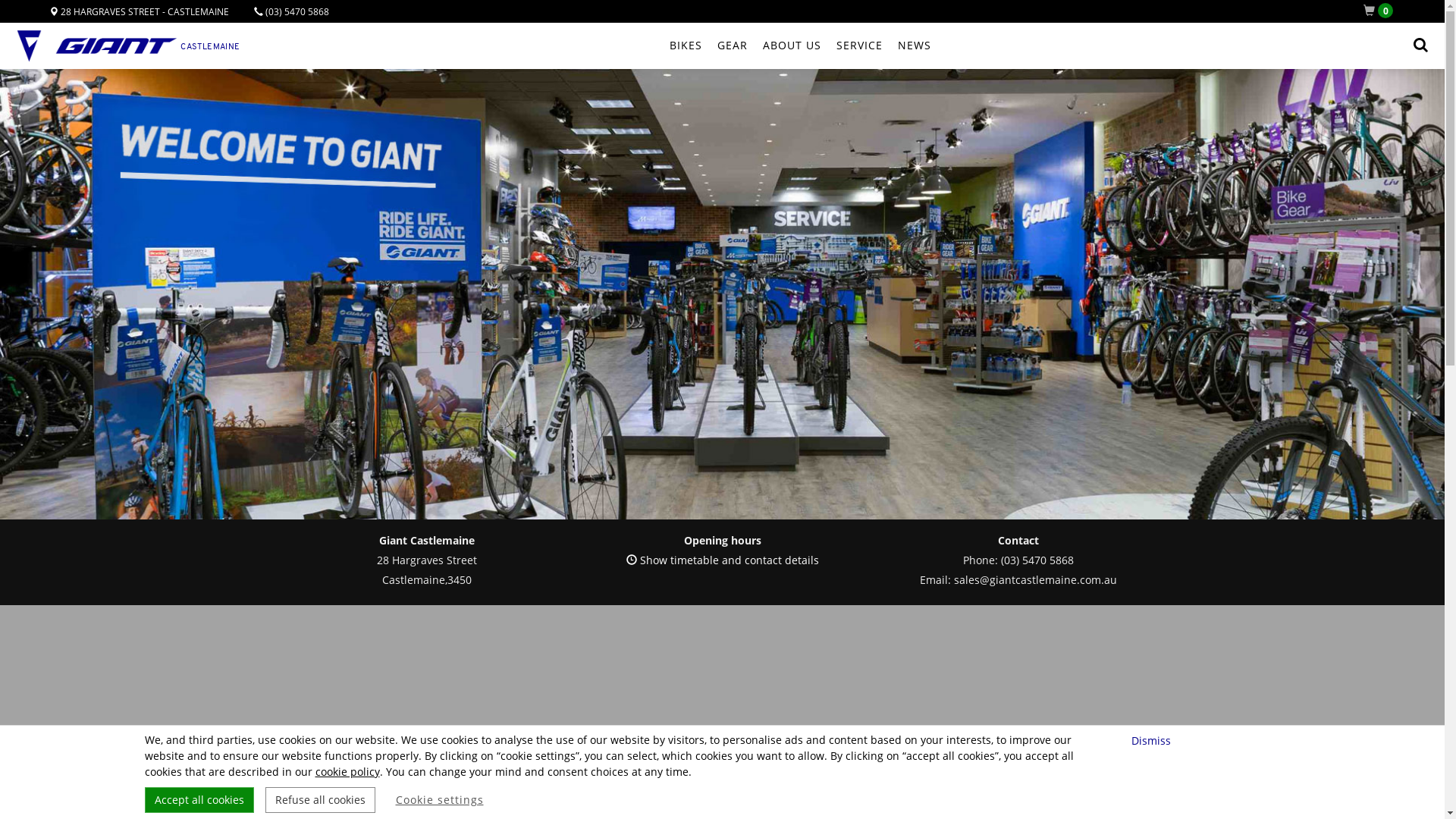 The image size is (1456, 819). What do you see at coordinates (684, 45) in the screenshot?
I see `'BIKES'` at bounding box center [684, 45].